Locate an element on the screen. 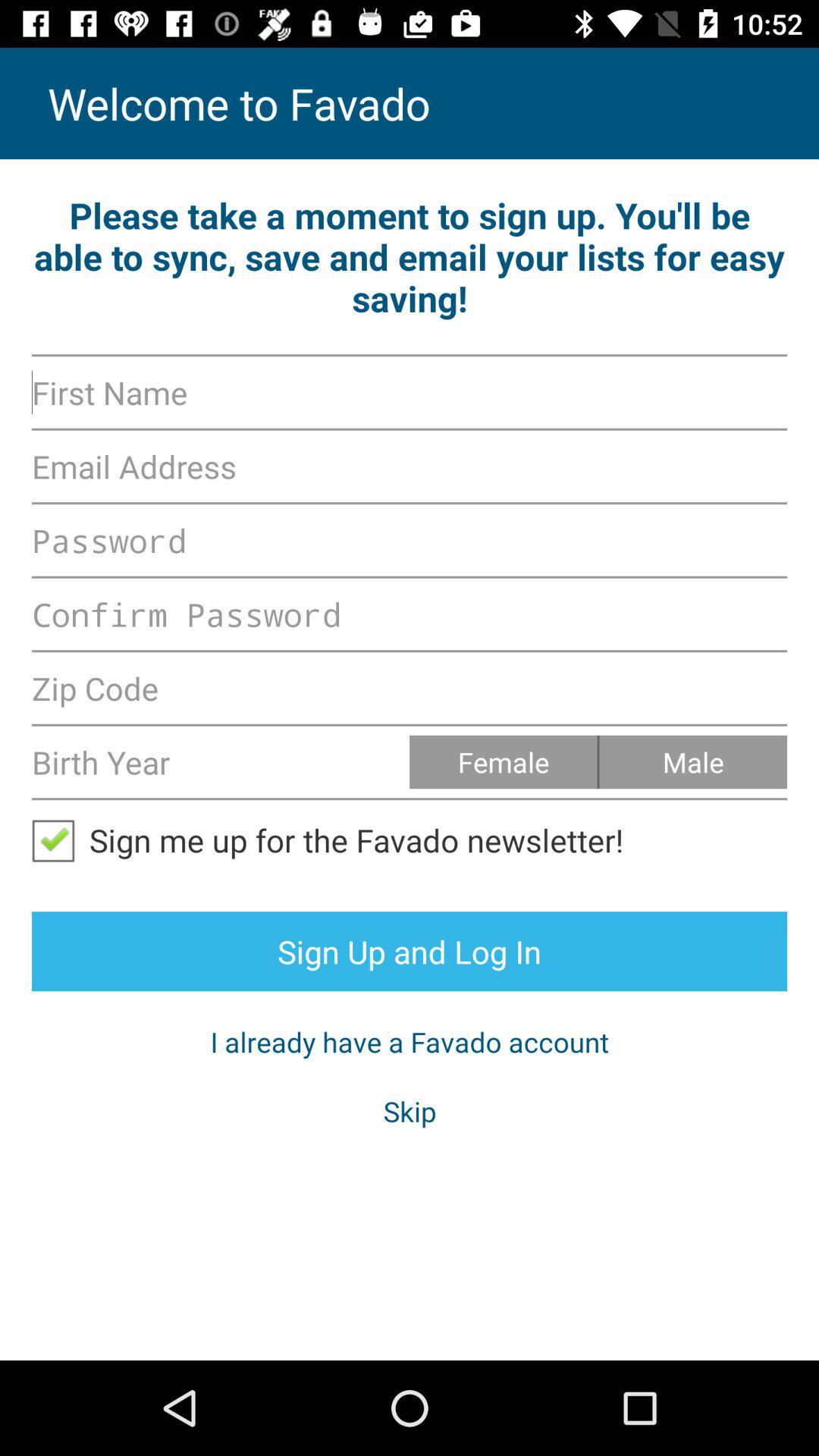 This screenshot has height=1456, width=819. year of birth is located at coordinates (220, 761).